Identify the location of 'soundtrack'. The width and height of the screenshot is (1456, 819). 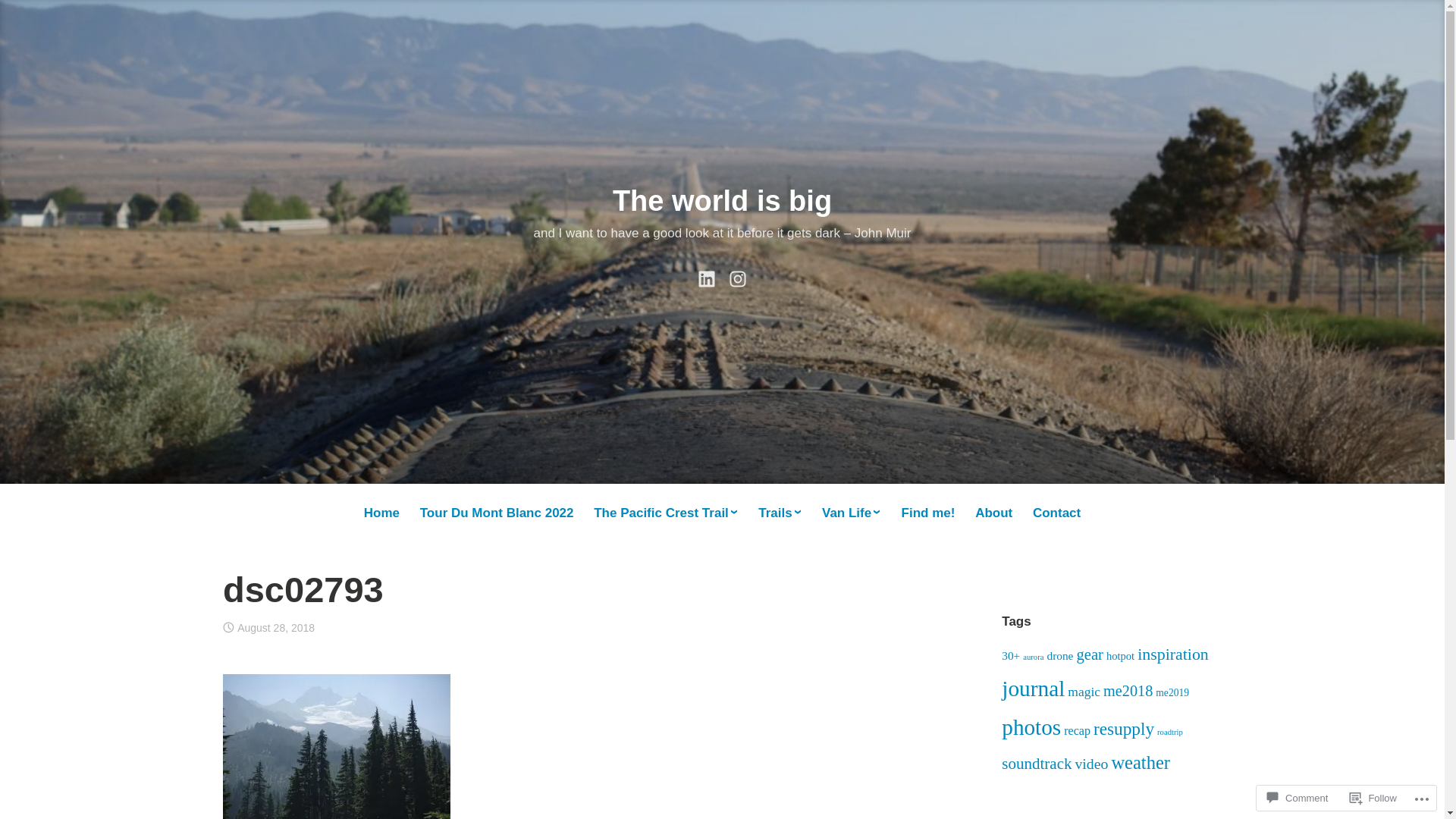
(1036, 763).